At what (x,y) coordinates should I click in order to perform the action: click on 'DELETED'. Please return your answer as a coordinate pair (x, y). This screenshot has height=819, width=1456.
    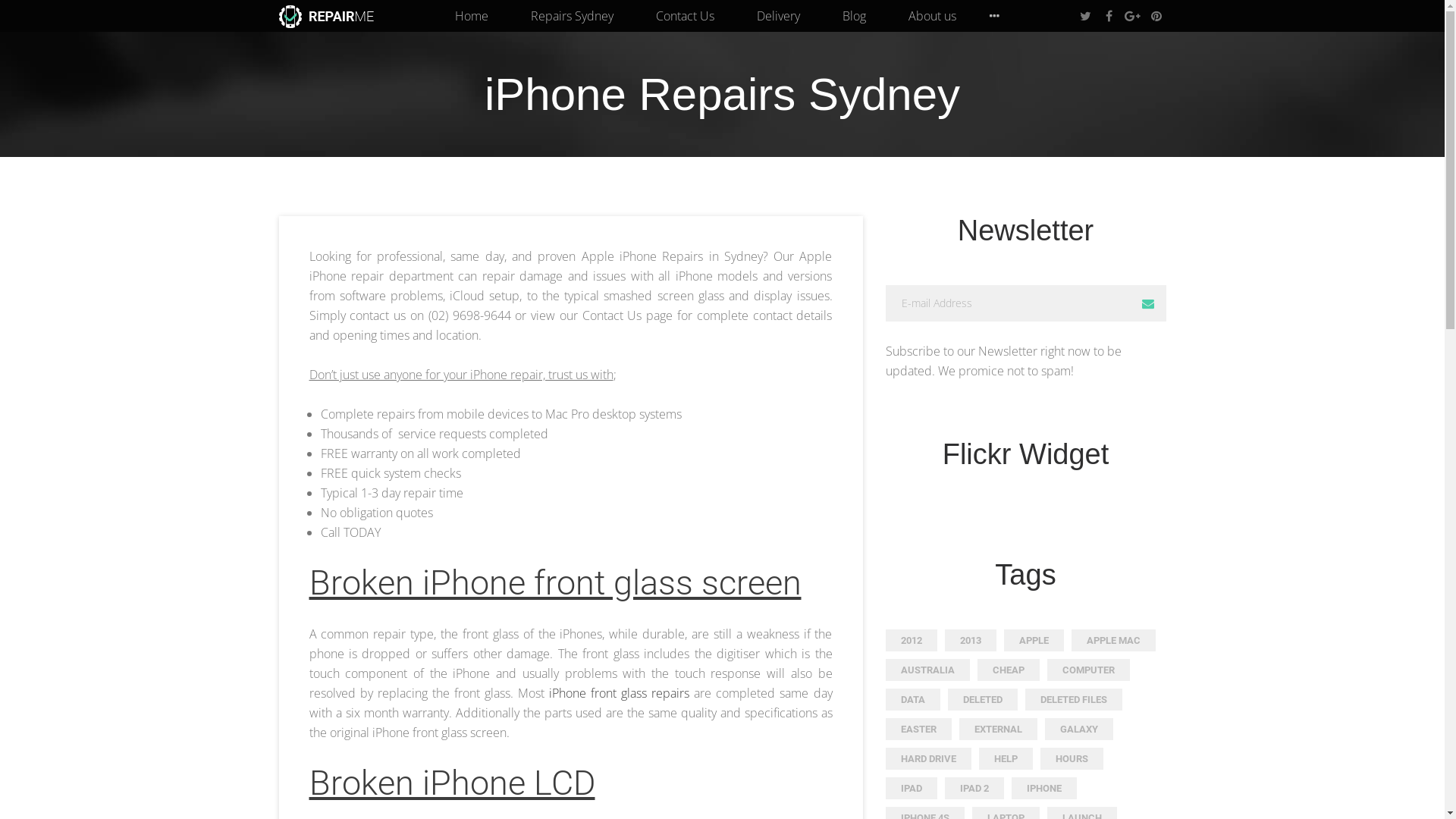
    Looking at the image, I should click on (983, 699).